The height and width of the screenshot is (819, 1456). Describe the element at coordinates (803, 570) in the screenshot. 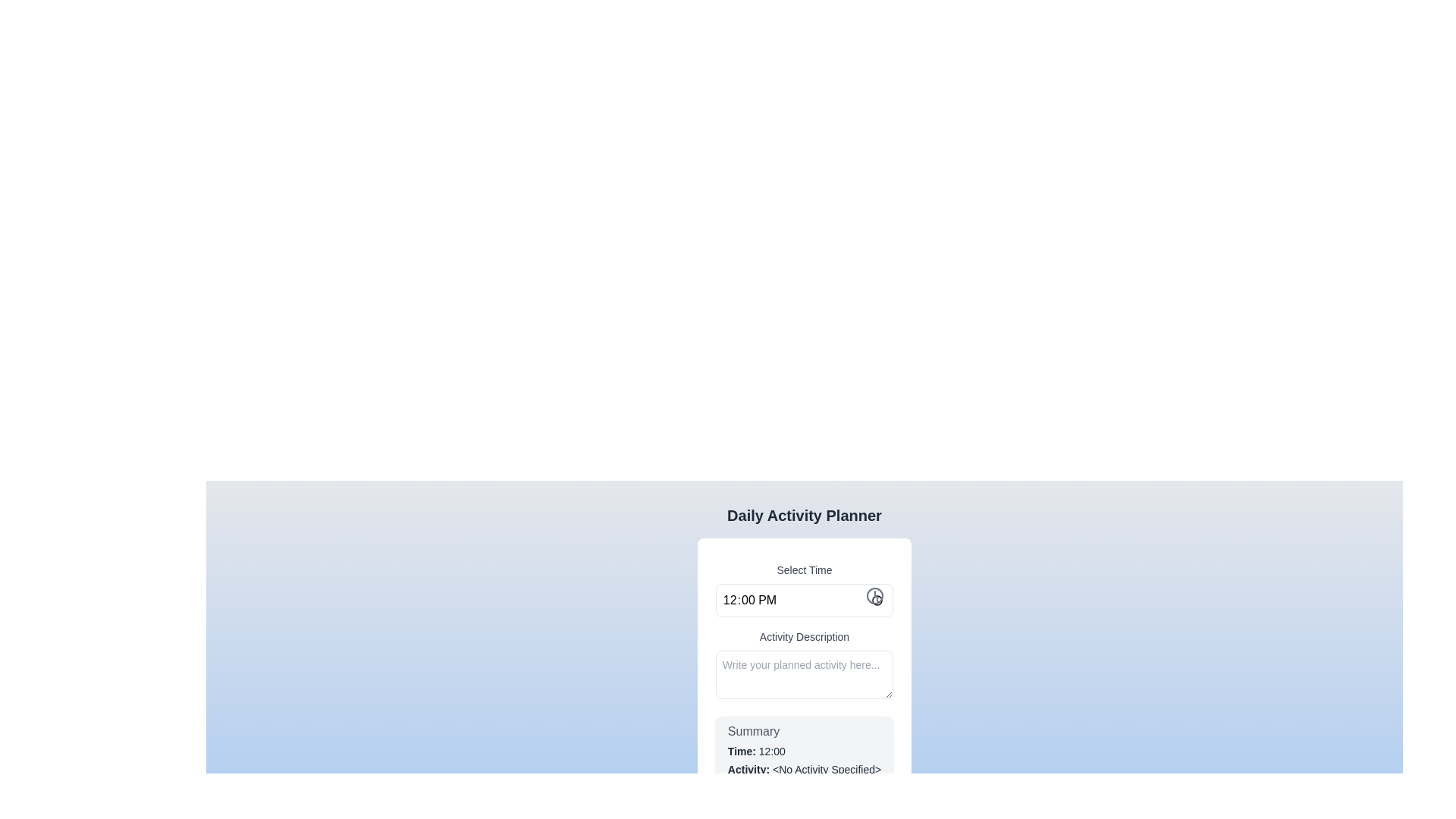

I see `text label that says 'Select Time', which is styled in a small serif font and located at the top of a card-like interface above the time input field` at that location.